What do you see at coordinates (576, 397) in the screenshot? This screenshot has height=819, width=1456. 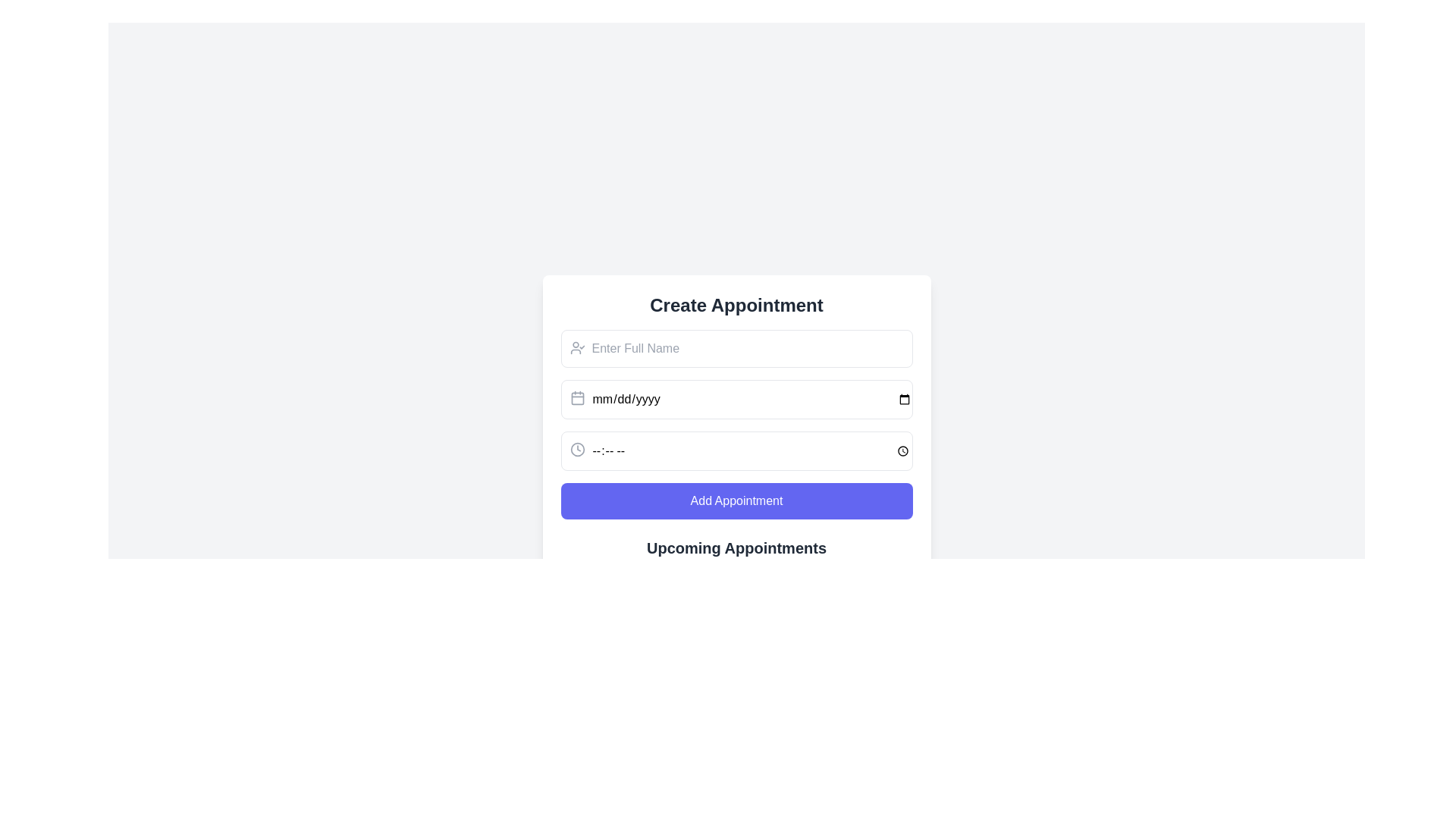 I see `the calendar icon located to the left side of the date field in the 'Create Appointment' section` at bounding box center [576, 397].